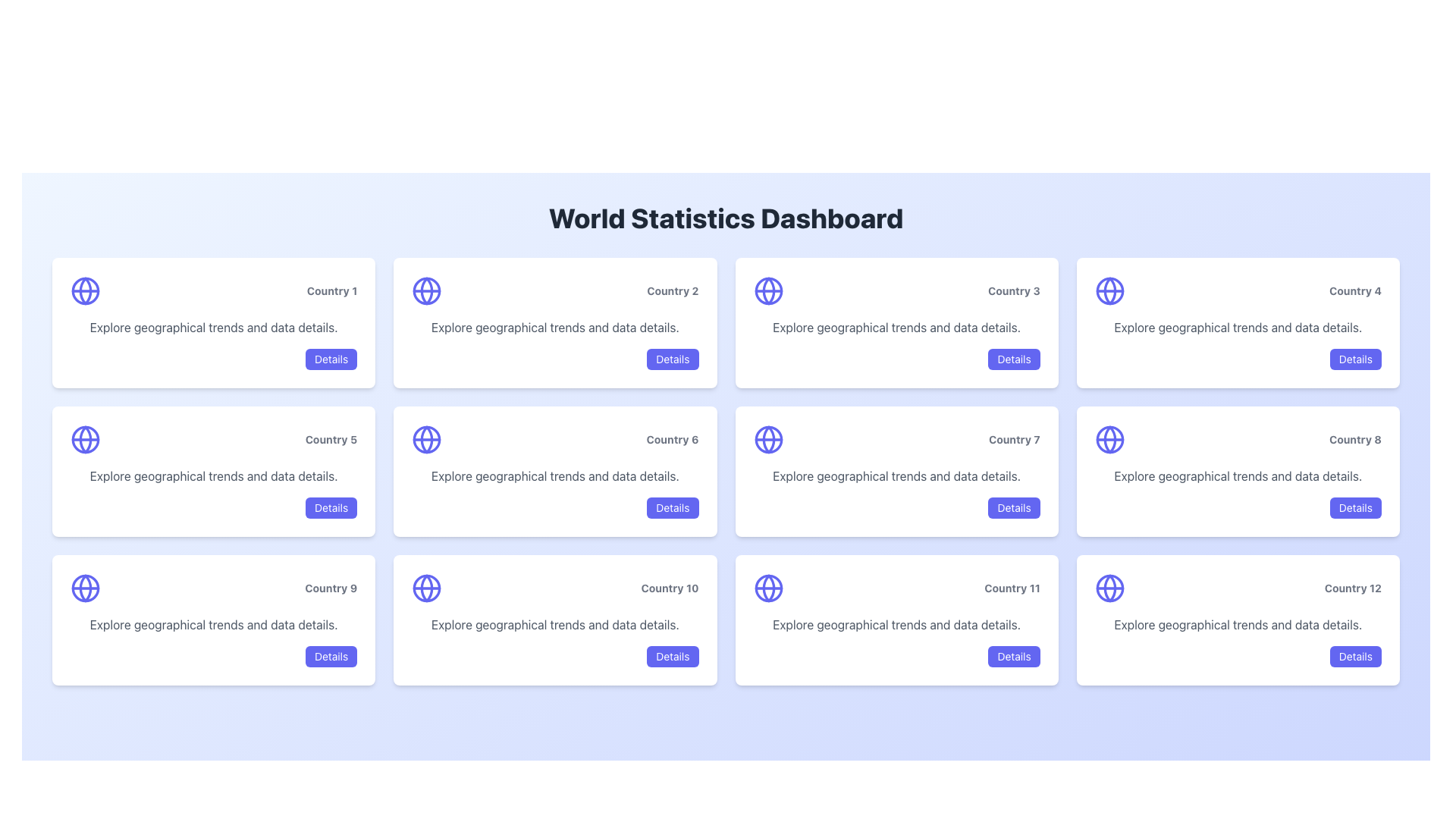 The width and height of the screenshot is (1456, 819). What do you see at coordinates (213, 470) in the screenshot?
I see `displayed content of the interactive card for 'Country 5', which is positioned in the second row, first column of the grid layout` at bounding box center [213, 470].